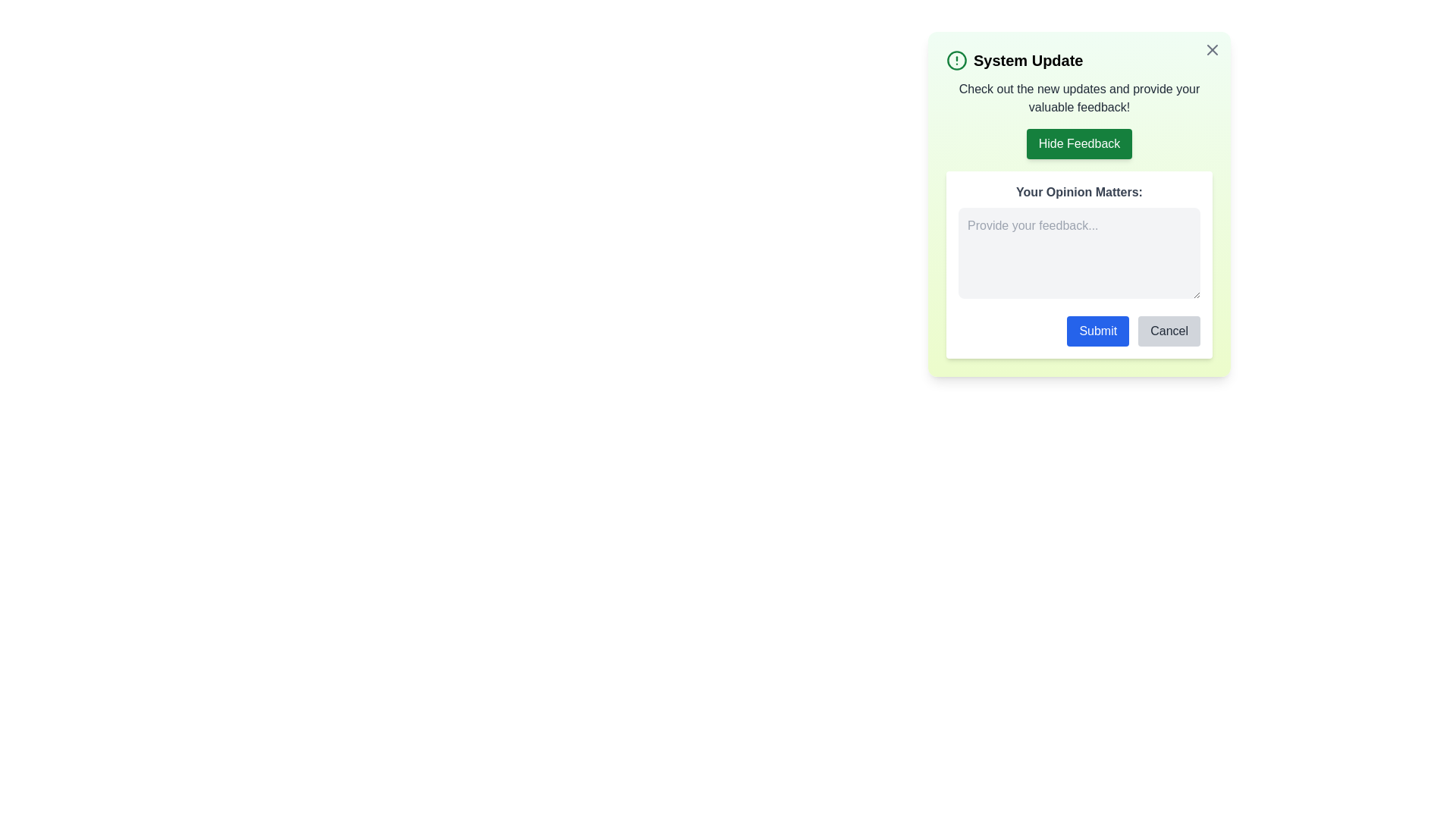 This screenshot has height=819, width=1456. Describe the element at coordinates (1078, 253) in the screenshot. I see `the feedback text area to focus on it` at that location.